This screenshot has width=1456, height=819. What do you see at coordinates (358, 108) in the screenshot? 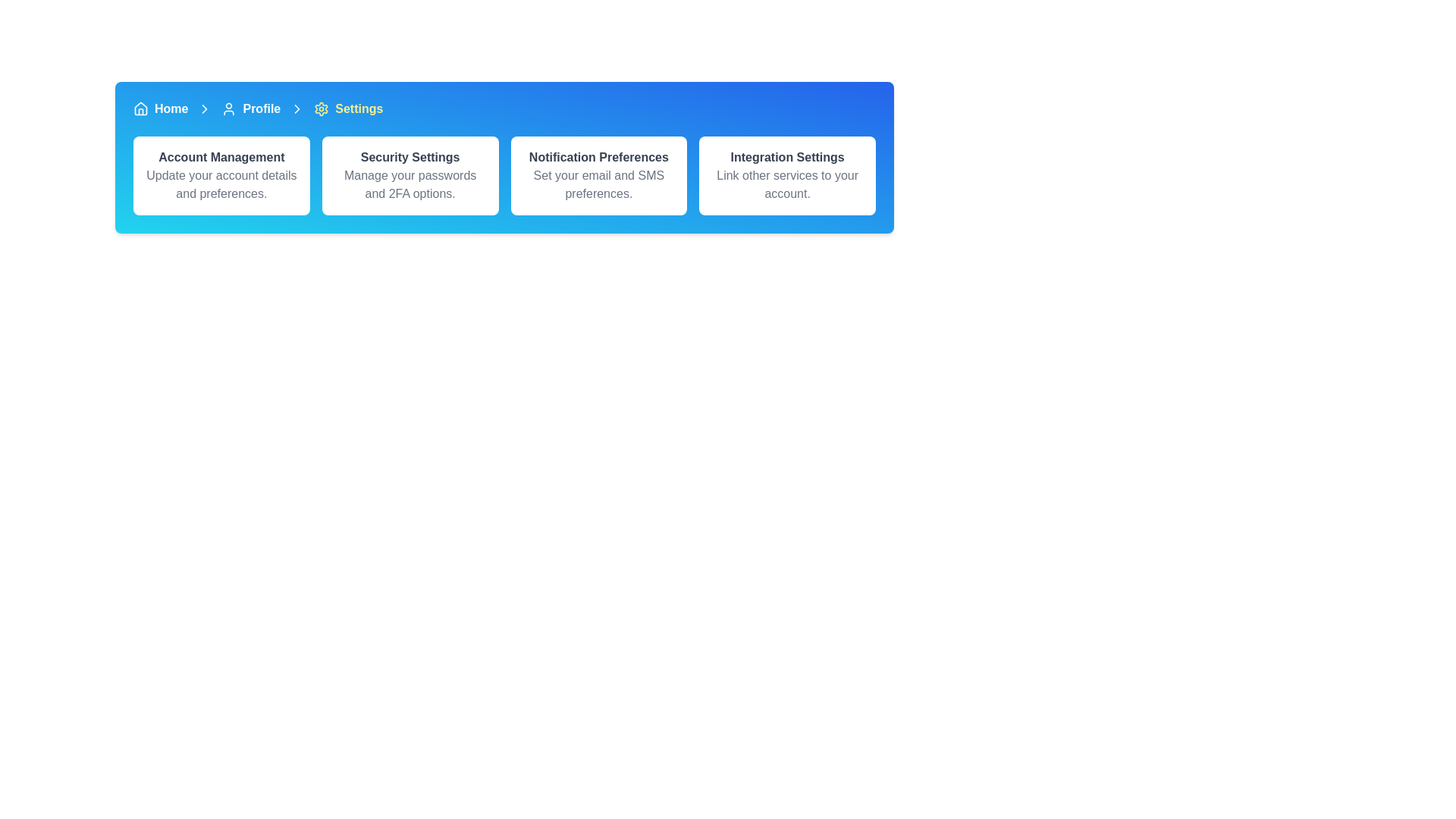
I see `the bold 'Settings' label located in the upper navigation bar, which is adjacent to a gear icon` at bounding box center [358, 108].